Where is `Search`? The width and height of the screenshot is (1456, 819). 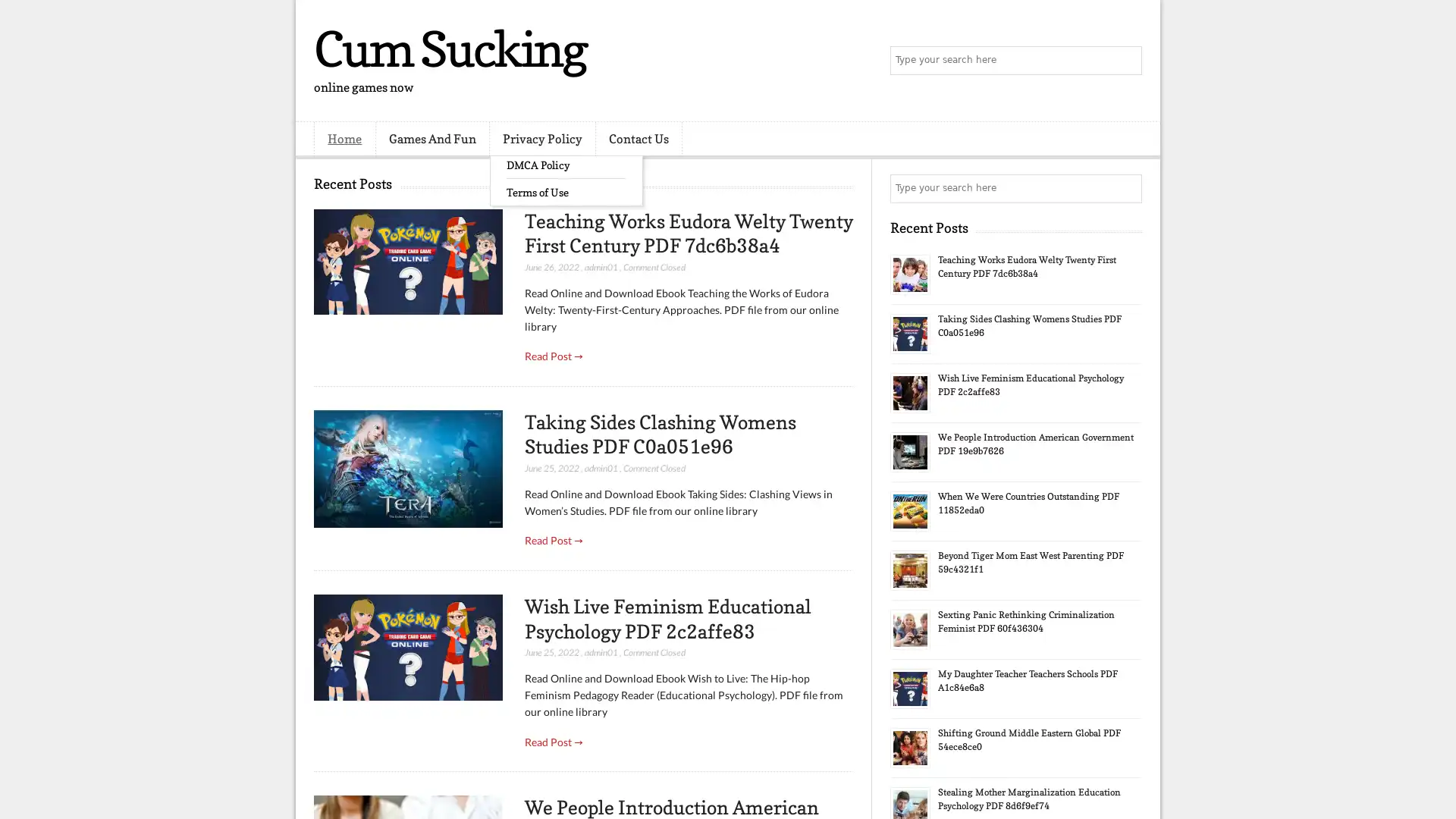 Search is located at coordinates (1126, 188).